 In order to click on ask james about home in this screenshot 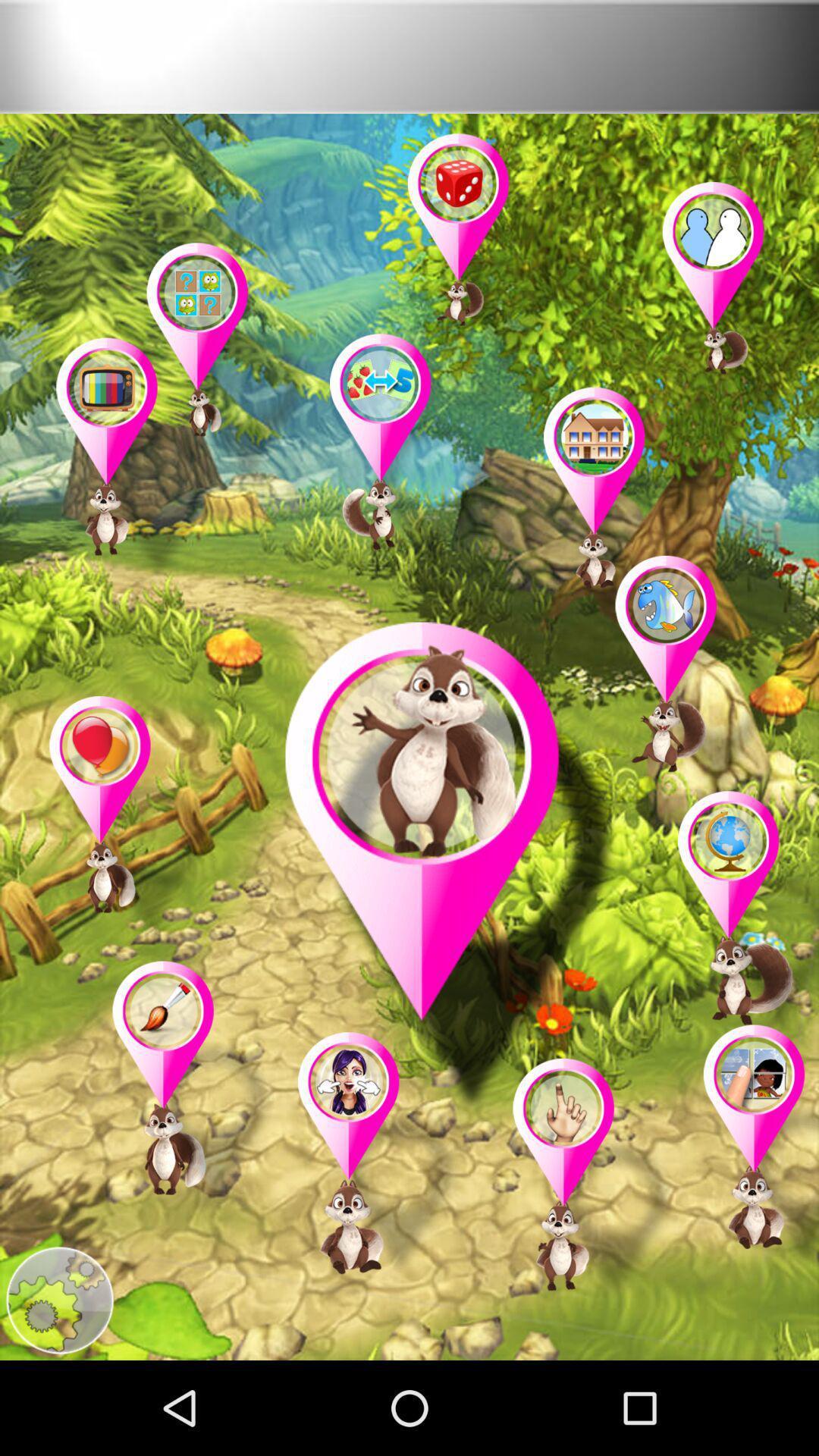, I will do `click(626, 512)`.